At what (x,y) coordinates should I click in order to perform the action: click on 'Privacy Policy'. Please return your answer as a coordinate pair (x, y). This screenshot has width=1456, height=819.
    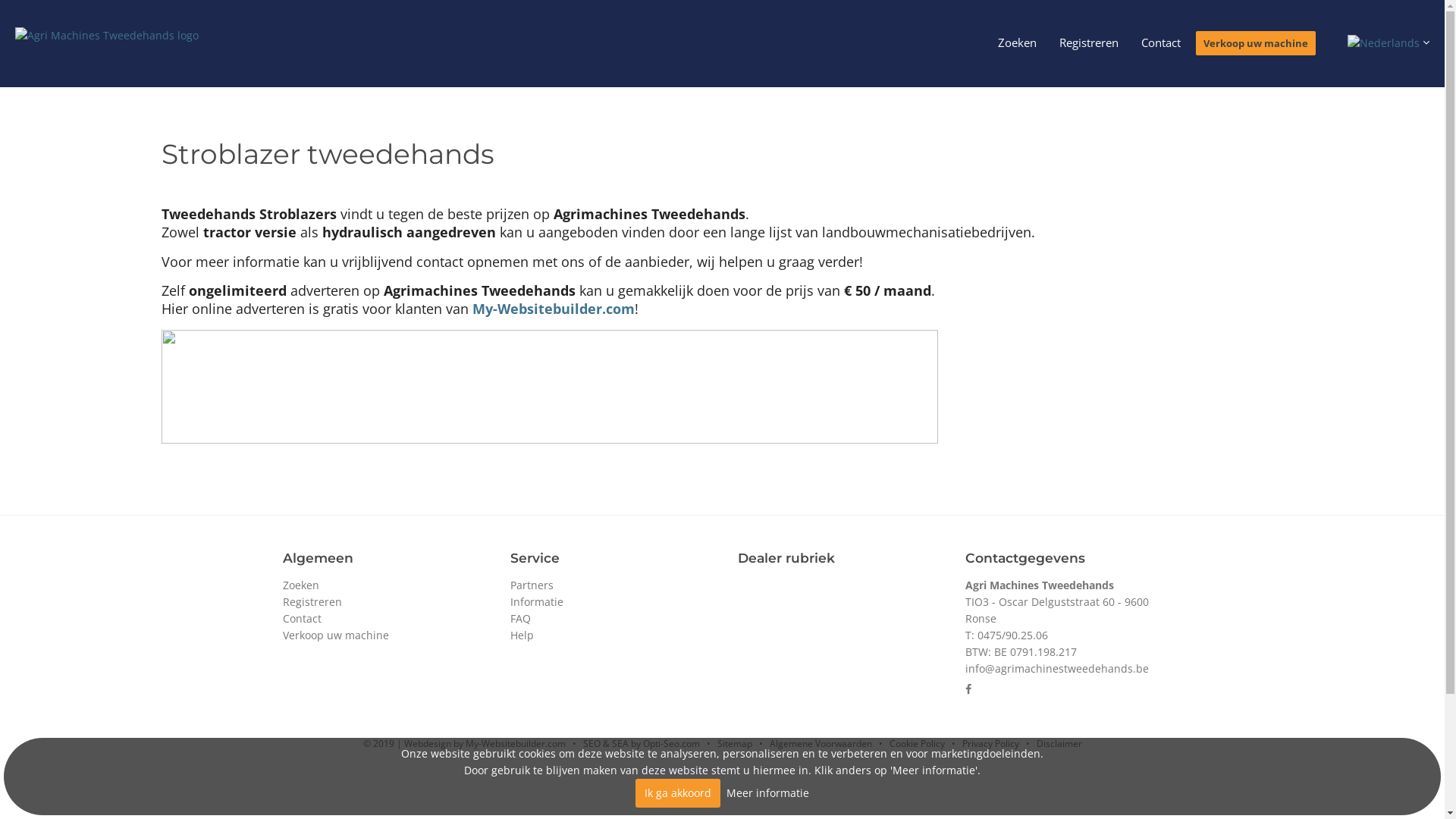
    Looking at the image, I should click on (960, 742).